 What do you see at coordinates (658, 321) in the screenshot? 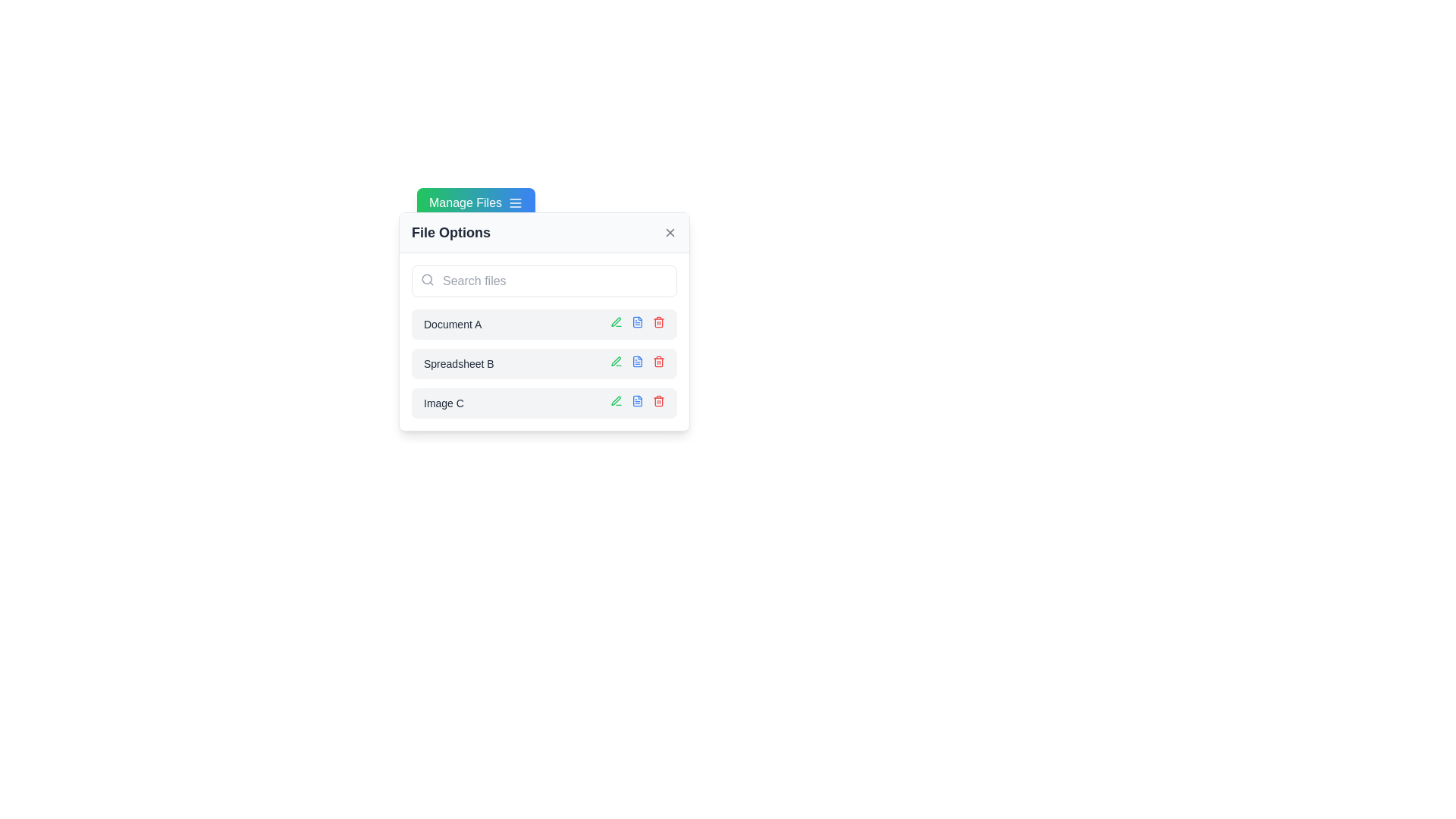
I see `the delete button, which is the third icon in the horizontal group of buttons to the right of the file in the 'File Options' list` at bounding box center [658, 321].